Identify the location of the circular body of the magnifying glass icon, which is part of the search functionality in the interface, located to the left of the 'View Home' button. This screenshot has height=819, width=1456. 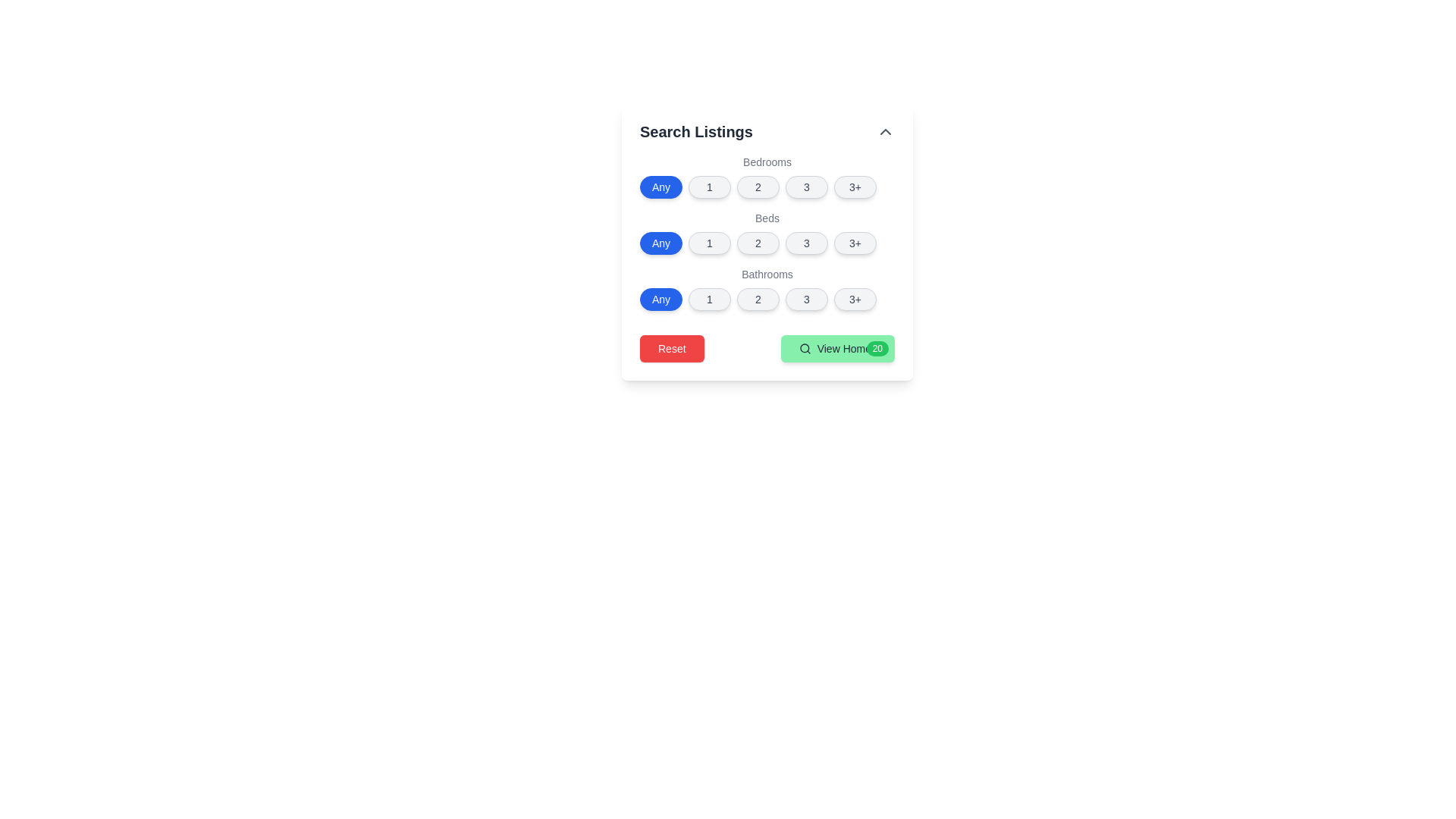
(803, 348).